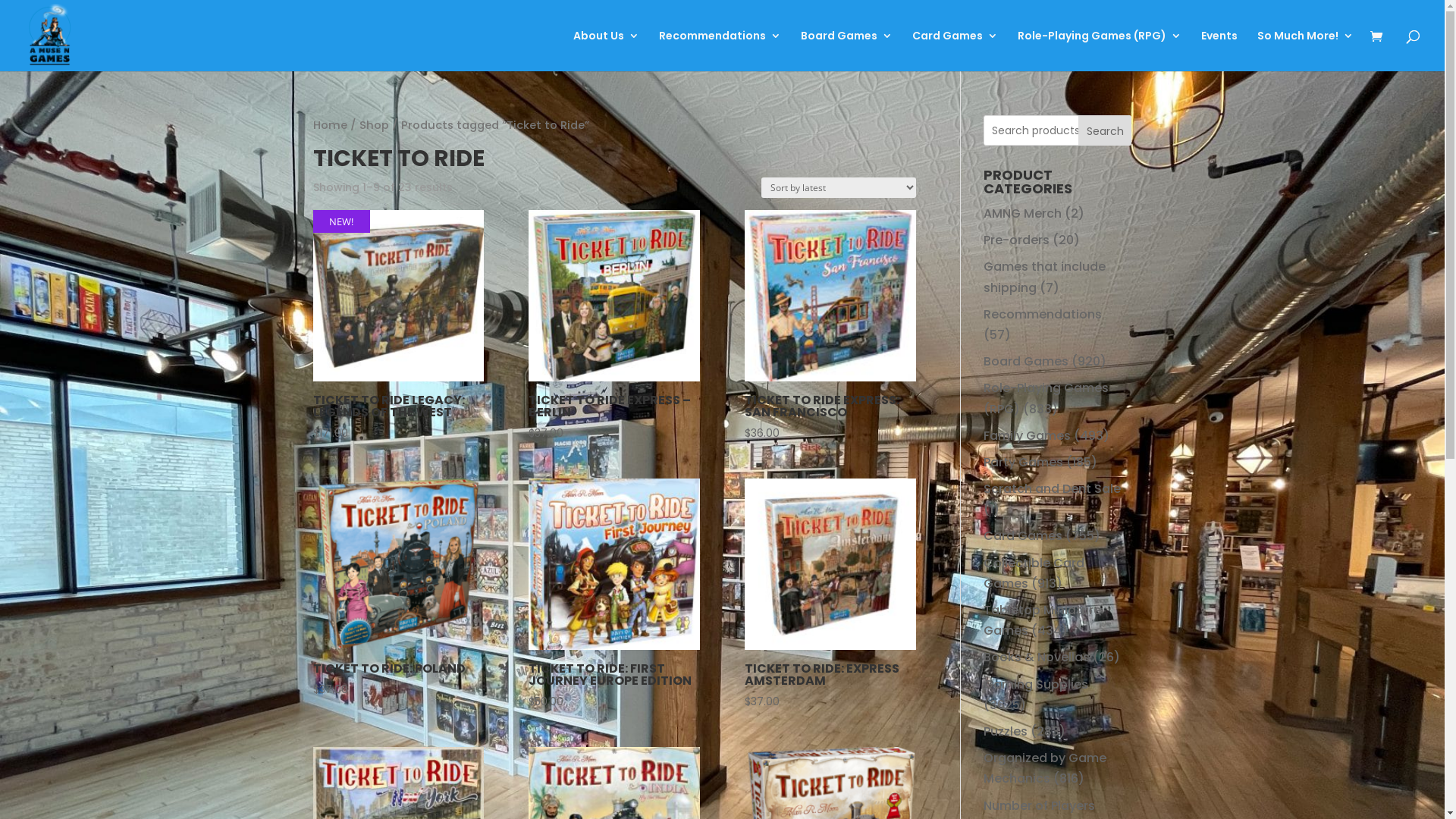 The image size is (1456, 819). Describe the element at coordinates (1304, 49) in the screenshot. I see `'So Much More!'` at that location.